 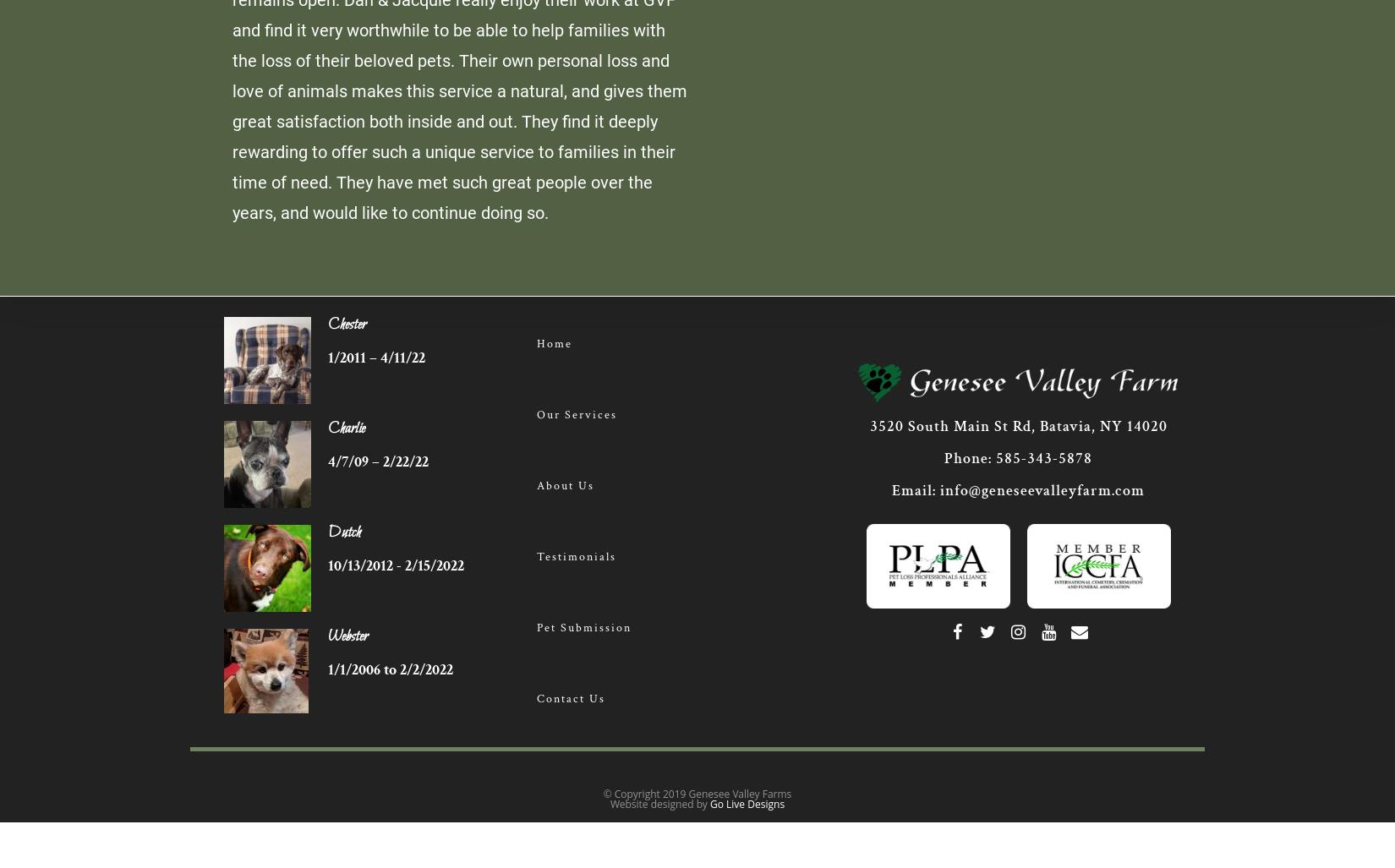 What do you see at coordinates (563, 486) in the screenshot?
I see `'About Us'` at bounding box center [563, 486].